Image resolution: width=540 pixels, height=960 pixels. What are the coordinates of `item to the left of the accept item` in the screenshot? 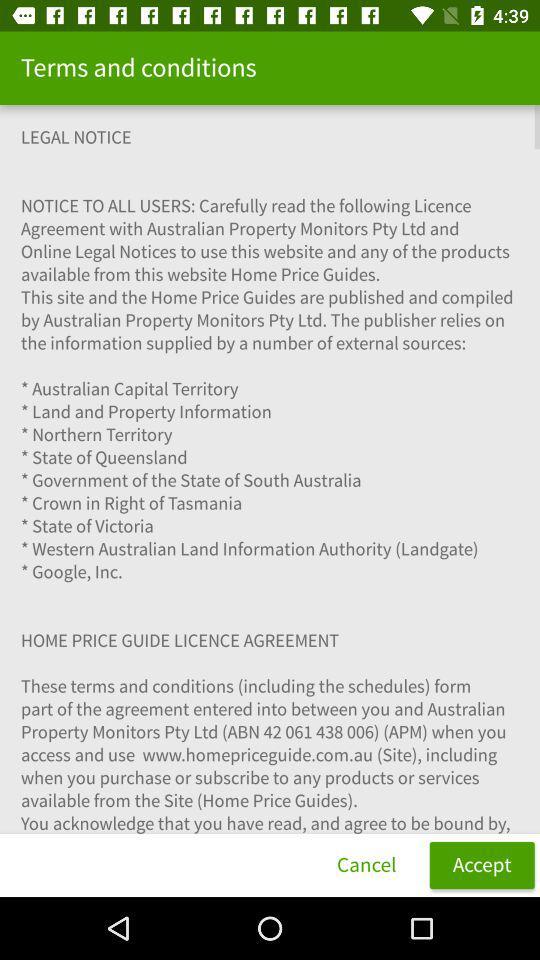 It's located at (365, 864).